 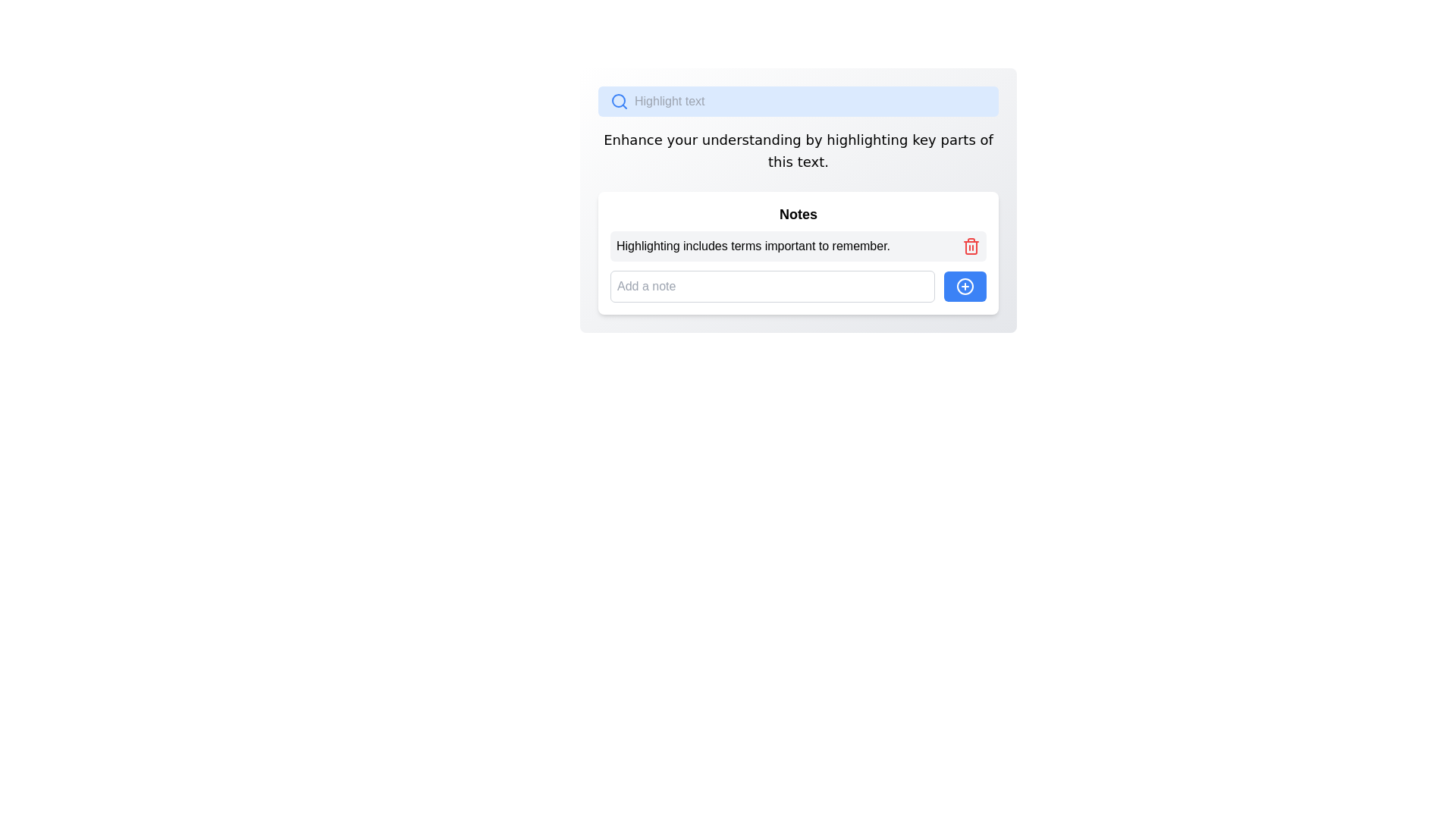 I want to click on the small lowercase 's' character in the word 'this' within the sentence 'Enhance your understanding by highlighting key parts of this text.', so click(x=789, y=162).